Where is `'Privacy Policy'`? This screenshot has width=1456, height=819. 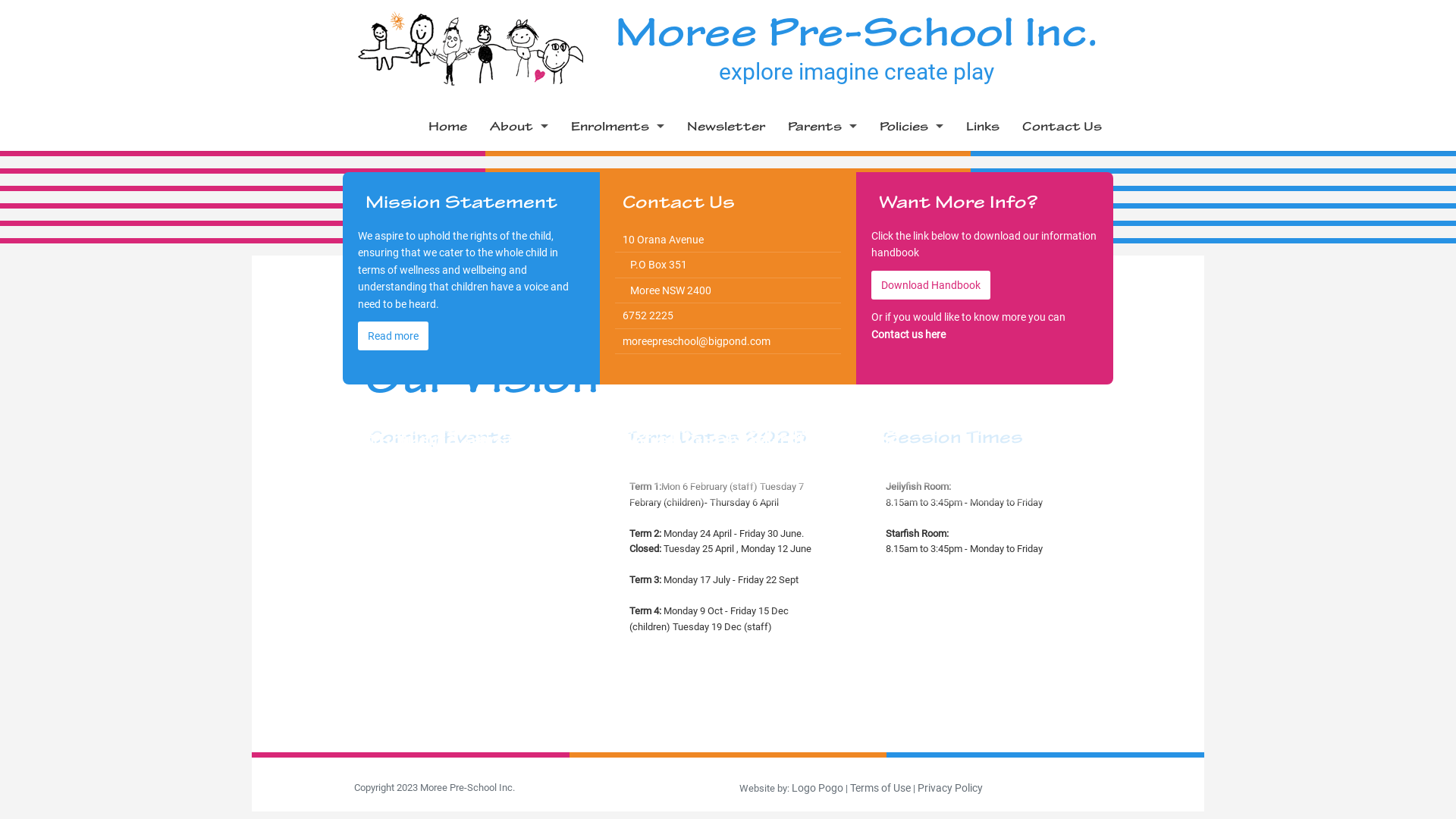
'Privacy Policy' is located at coordinates (949, 786).